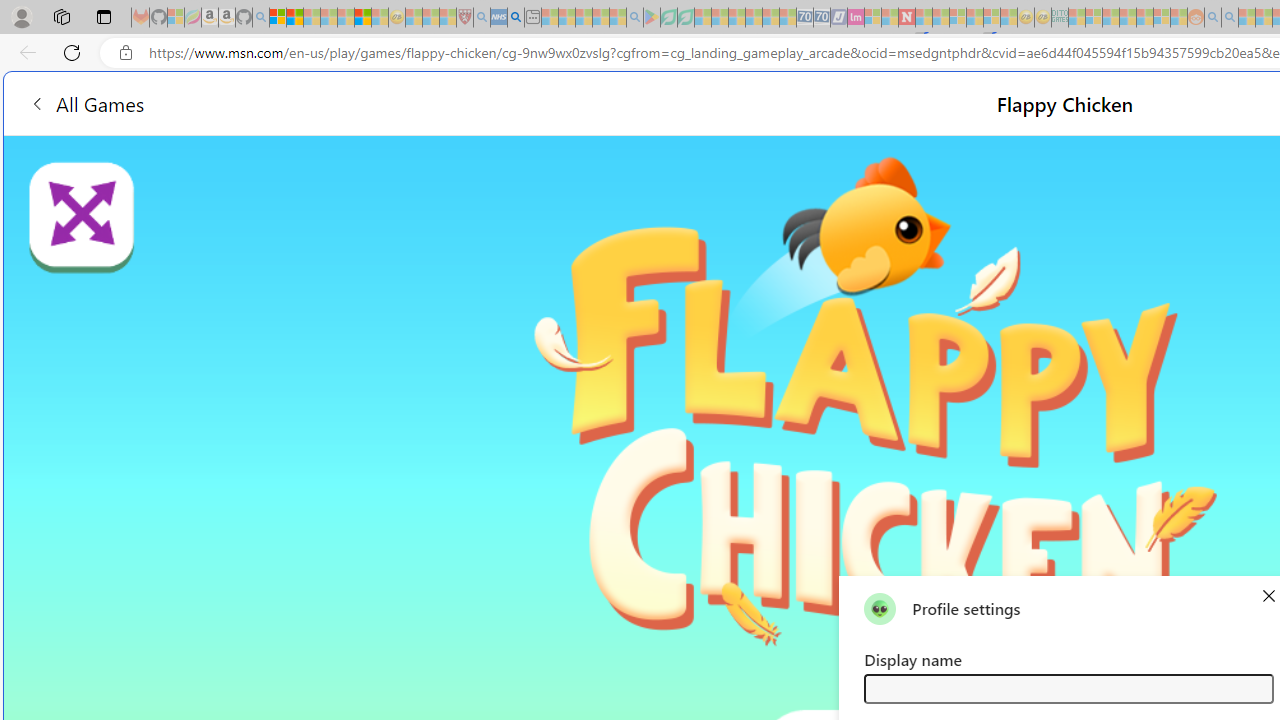 The width and height of the screenshot is (1280, 720). I want to click on 'Class: text-input', so click(1067, 687).